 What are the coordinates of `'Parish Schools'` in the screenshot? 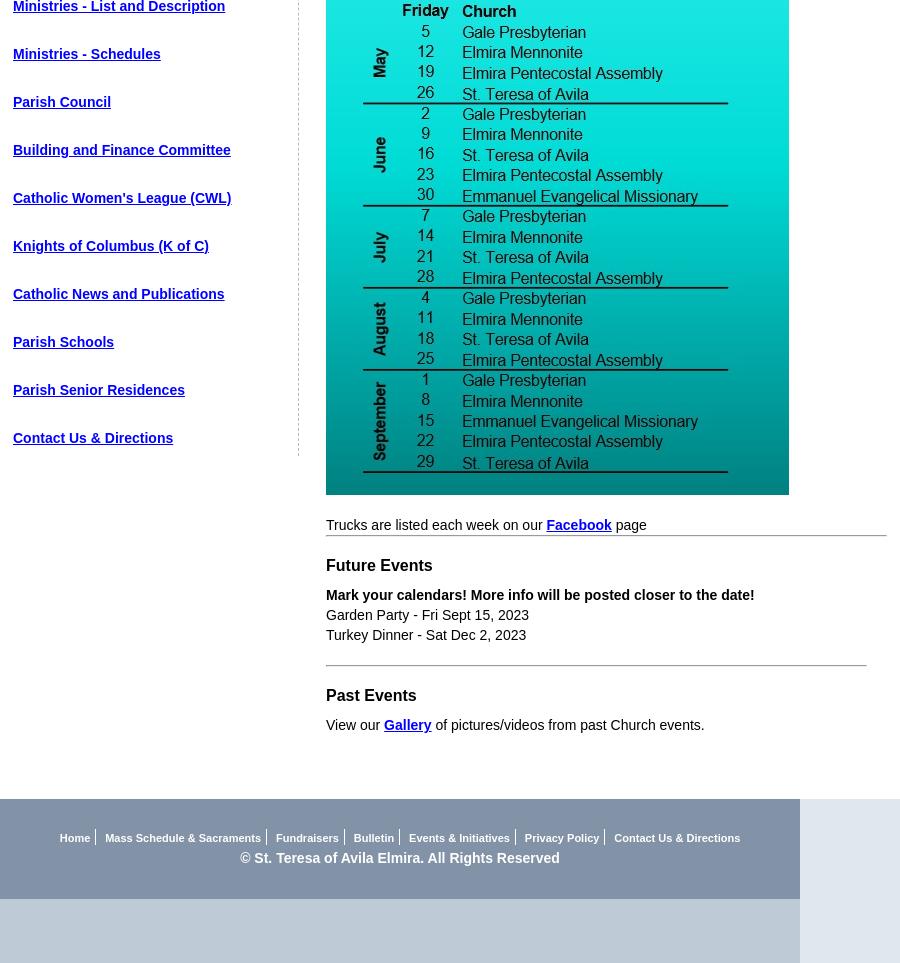 It's located at (62, 341).